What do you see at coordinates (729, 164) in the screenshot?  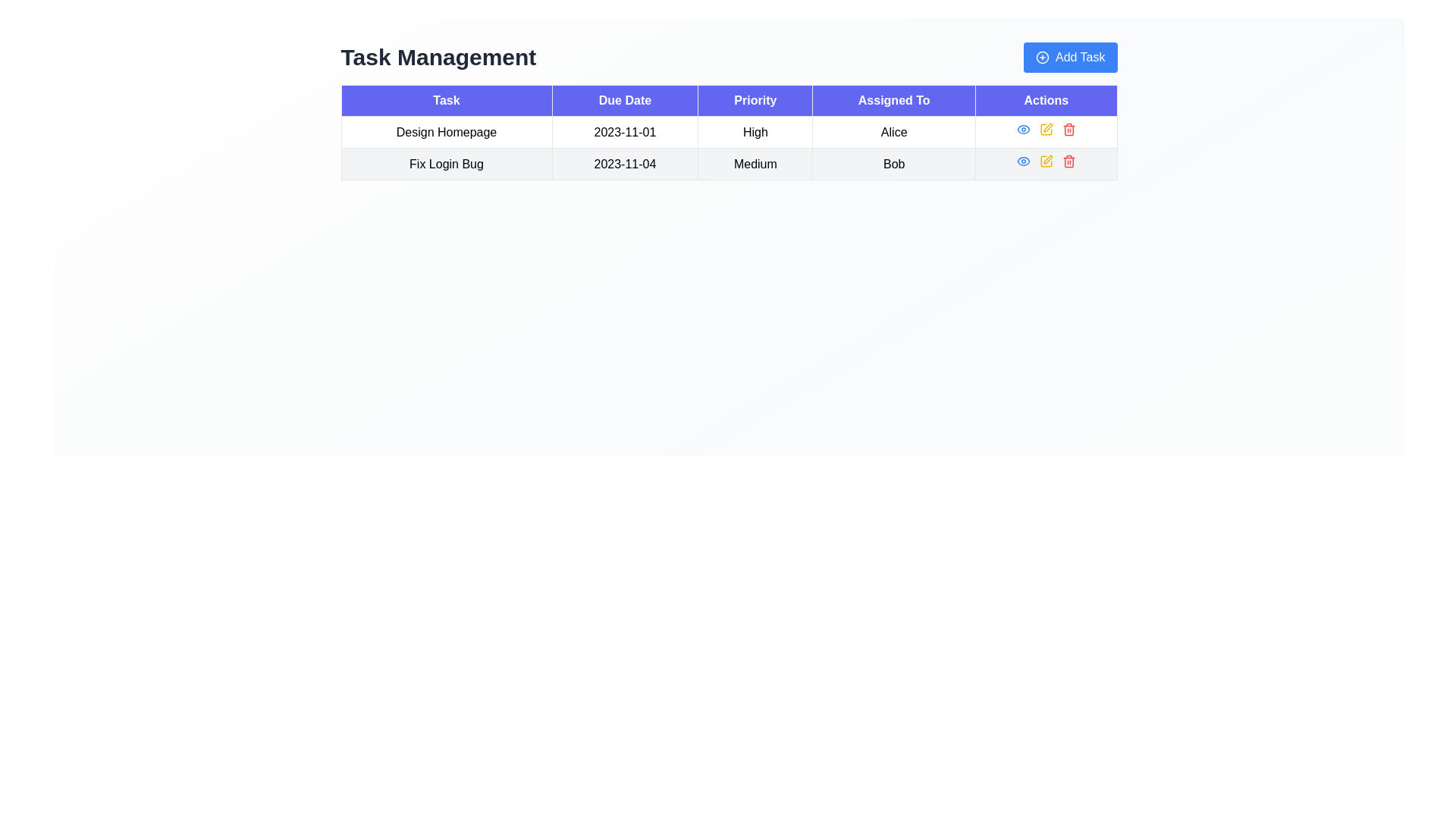 I see `the row containing the task 'Fix Login Bug', which includes cells for the due date, priority, assignee, and action icons` at bounding box center [729, 164].